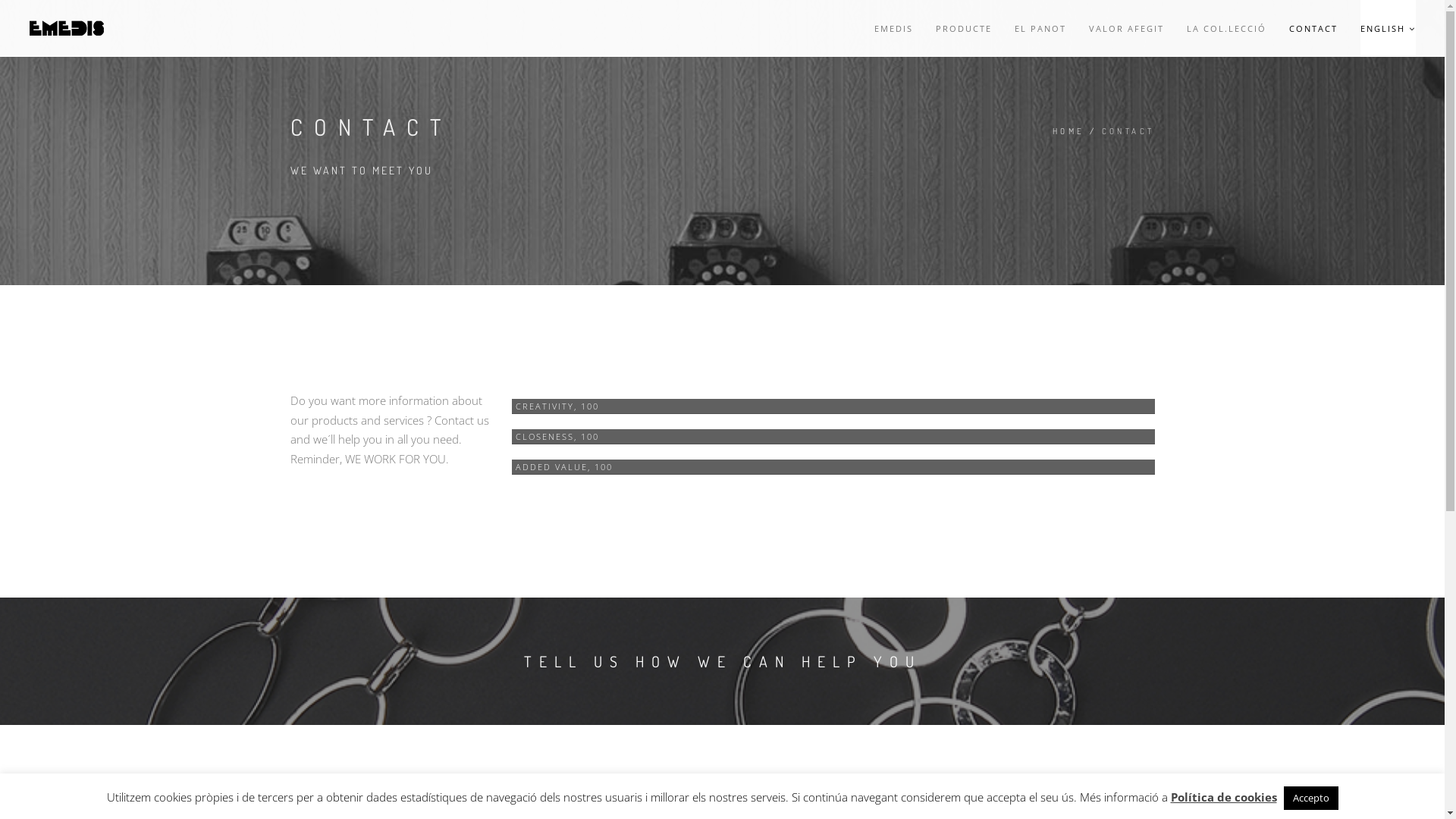 The image size is (1456, 819). Describe the element at coordinates (1310, 797) in the screenshot. I see `'Accepto'` at that location.